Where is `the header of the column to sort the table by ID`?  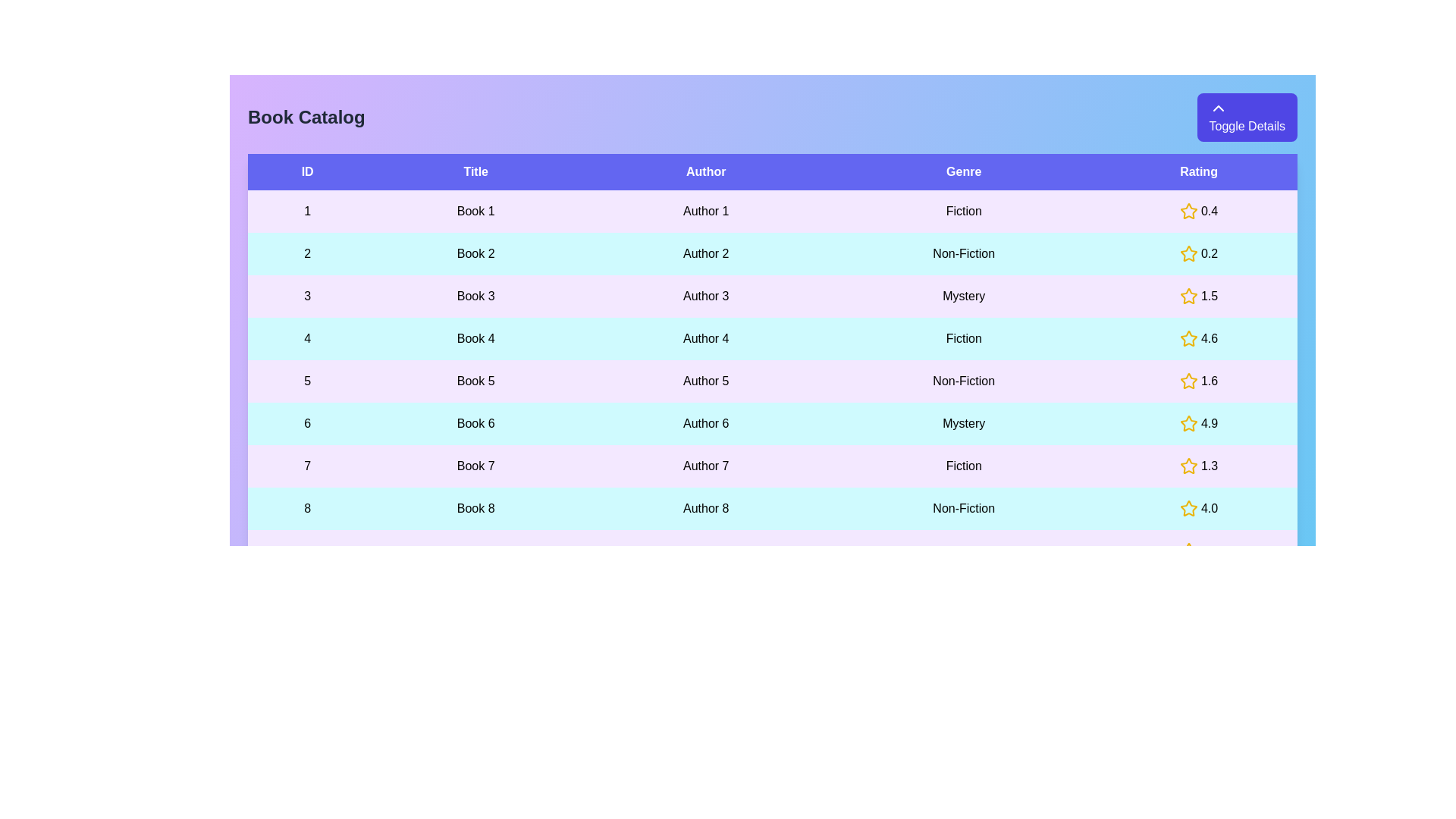 the header of the column to sort the table by ID is located at coordinates (306, 171).